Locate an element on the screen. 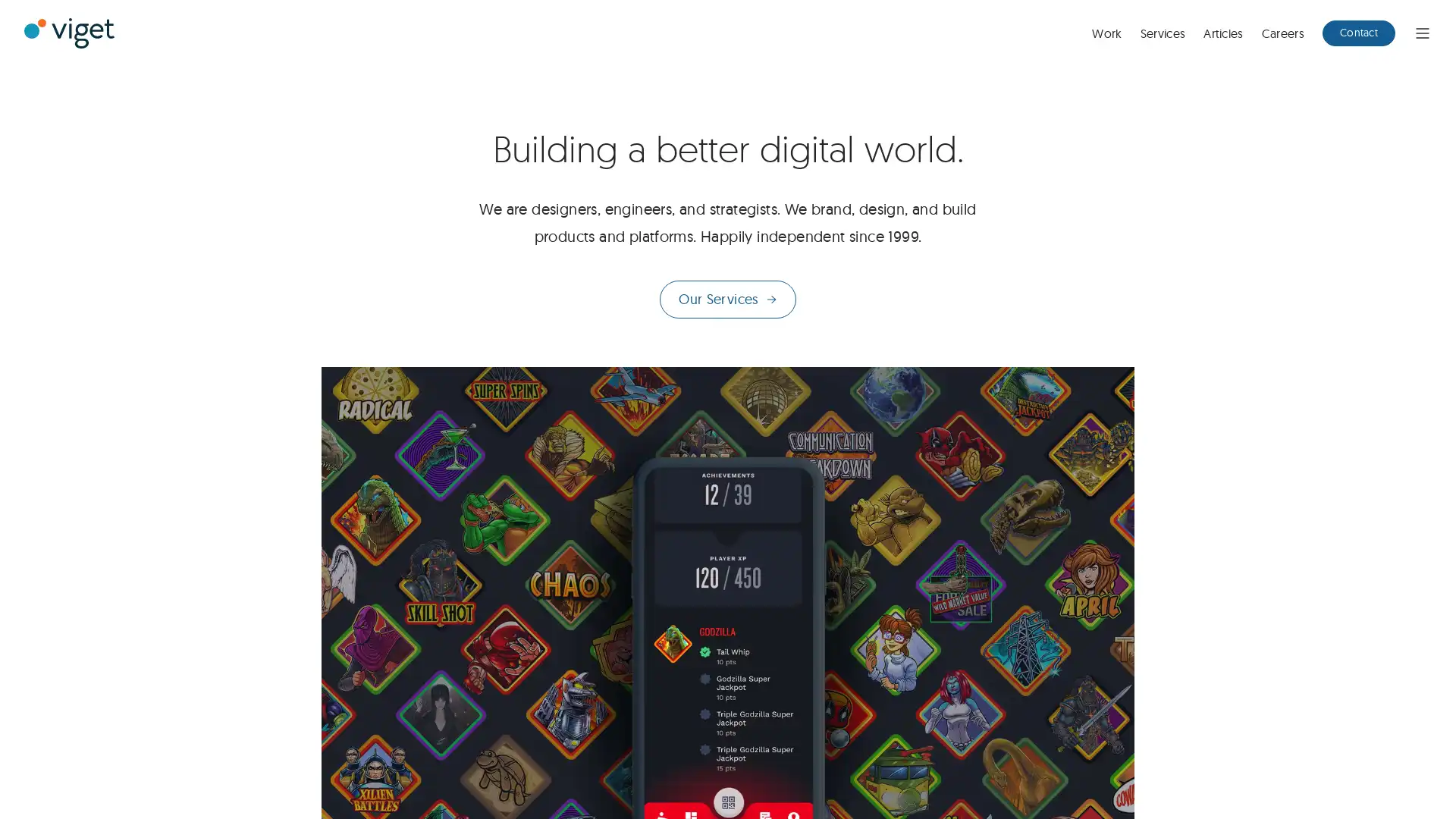 The width and height of the screenshot is (1456, 819). Open Menu is located at coordinates (1422, 32).